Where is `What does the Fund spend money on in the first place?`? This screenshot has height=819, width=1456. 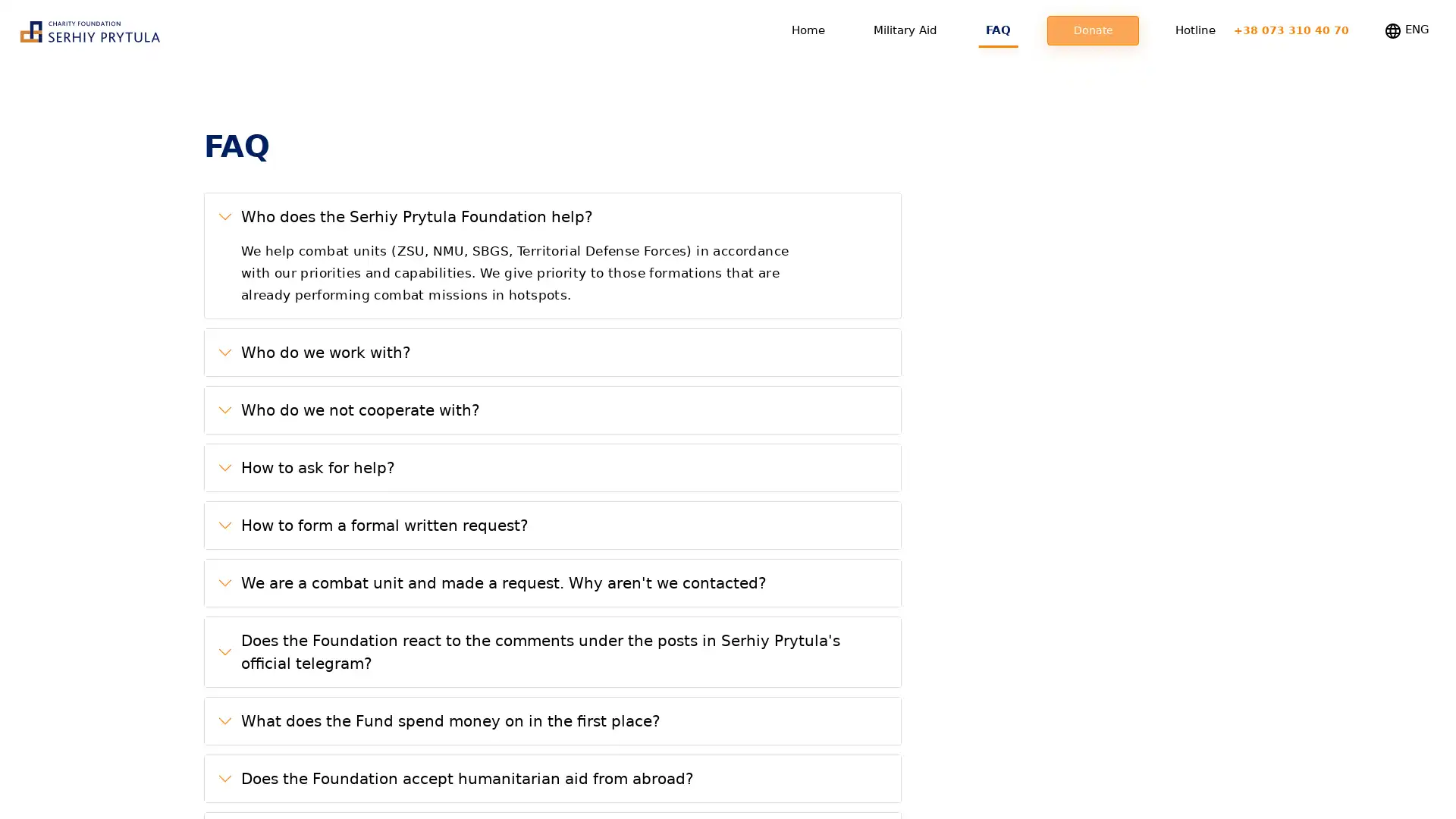
What does the Fund spend money on in the first place? is located at coordinates (551, 720).